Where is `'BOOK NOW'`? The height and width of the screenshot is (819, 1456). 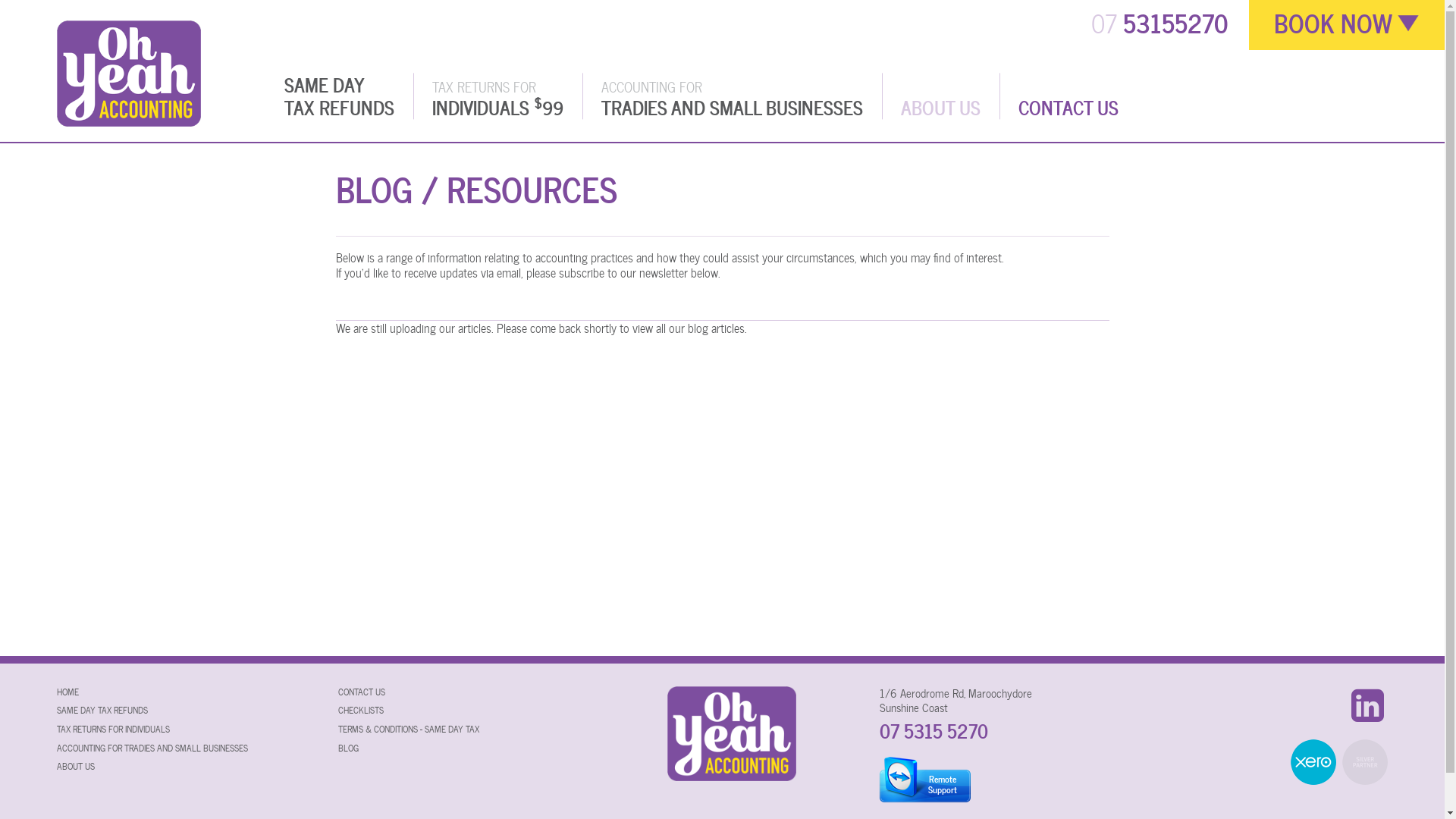 'BOOK NOW' is located at coordinates (1248, 25).